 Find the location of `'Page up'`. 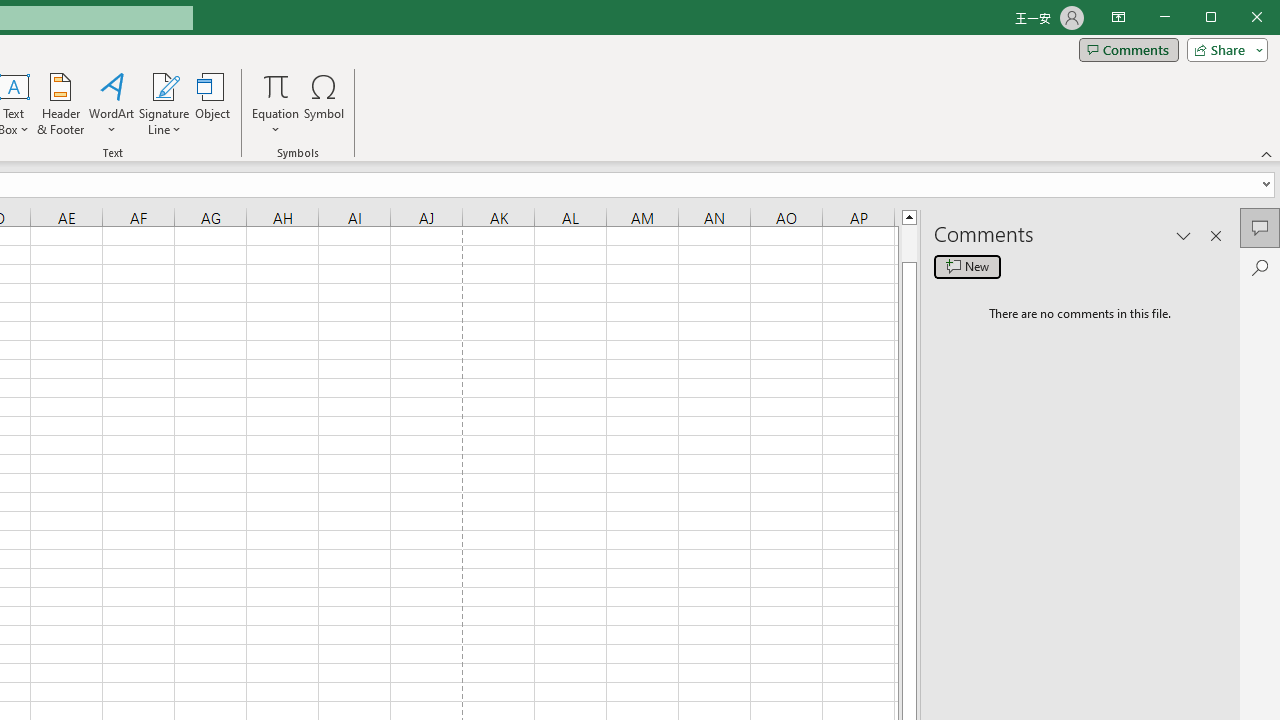

'Page up' is located at coordinates (908, 242).